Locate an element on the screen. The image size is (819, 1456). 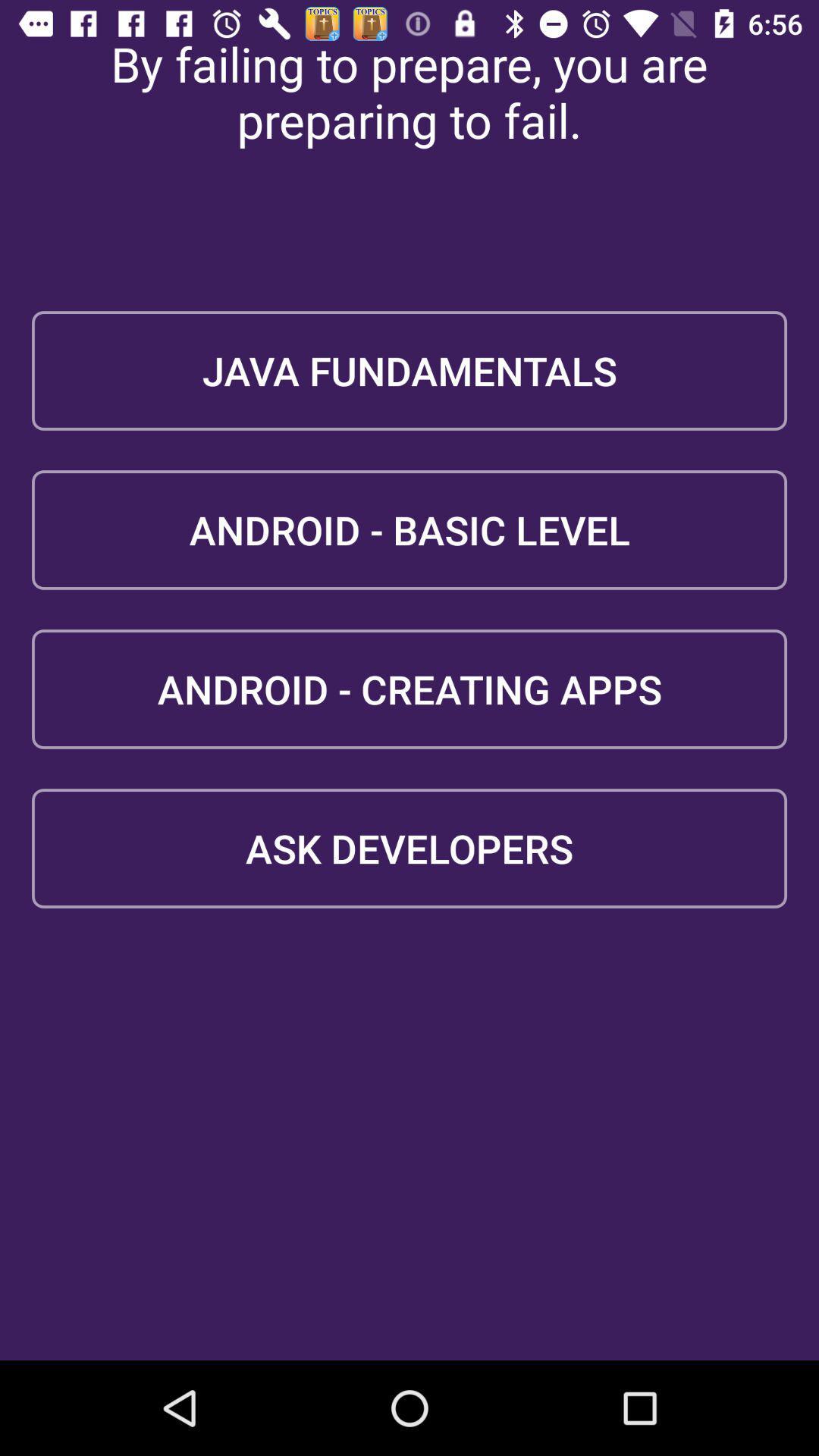
the icon below android - creating apps item is located at coordinates (409, 847).